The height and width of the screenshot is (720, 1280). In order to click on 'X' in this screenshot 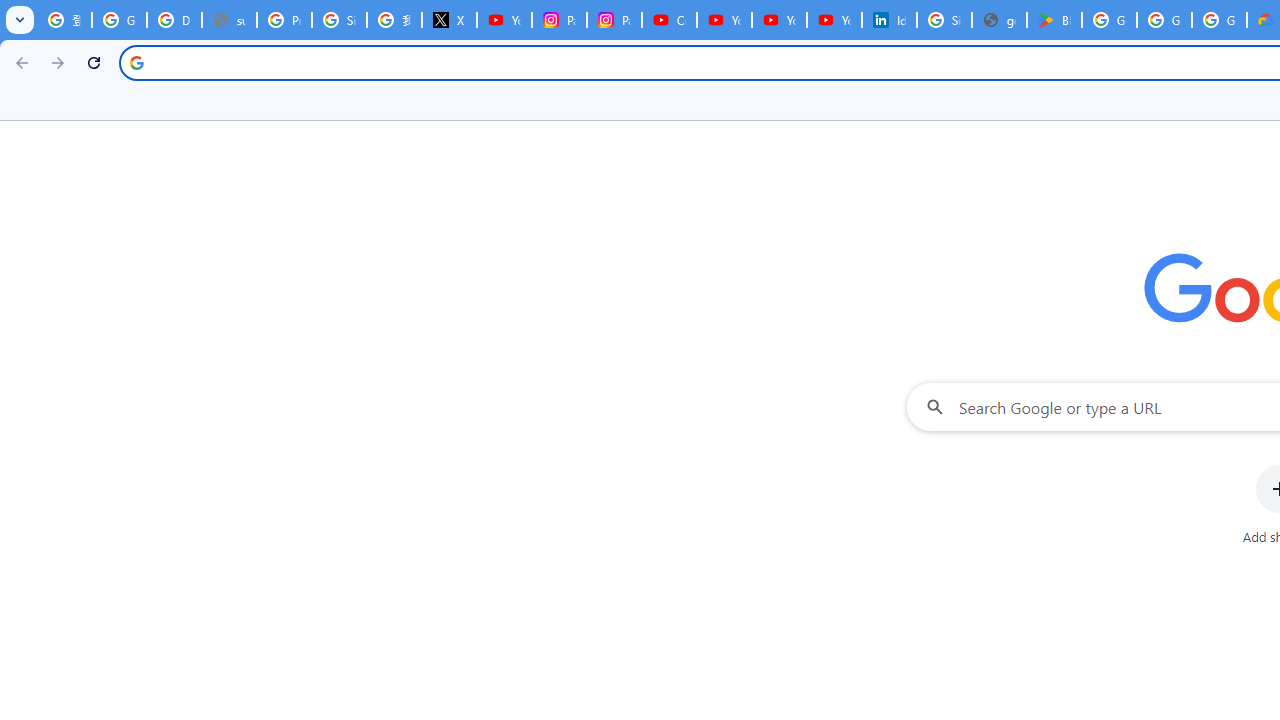, I will do `click(448, 20)`.